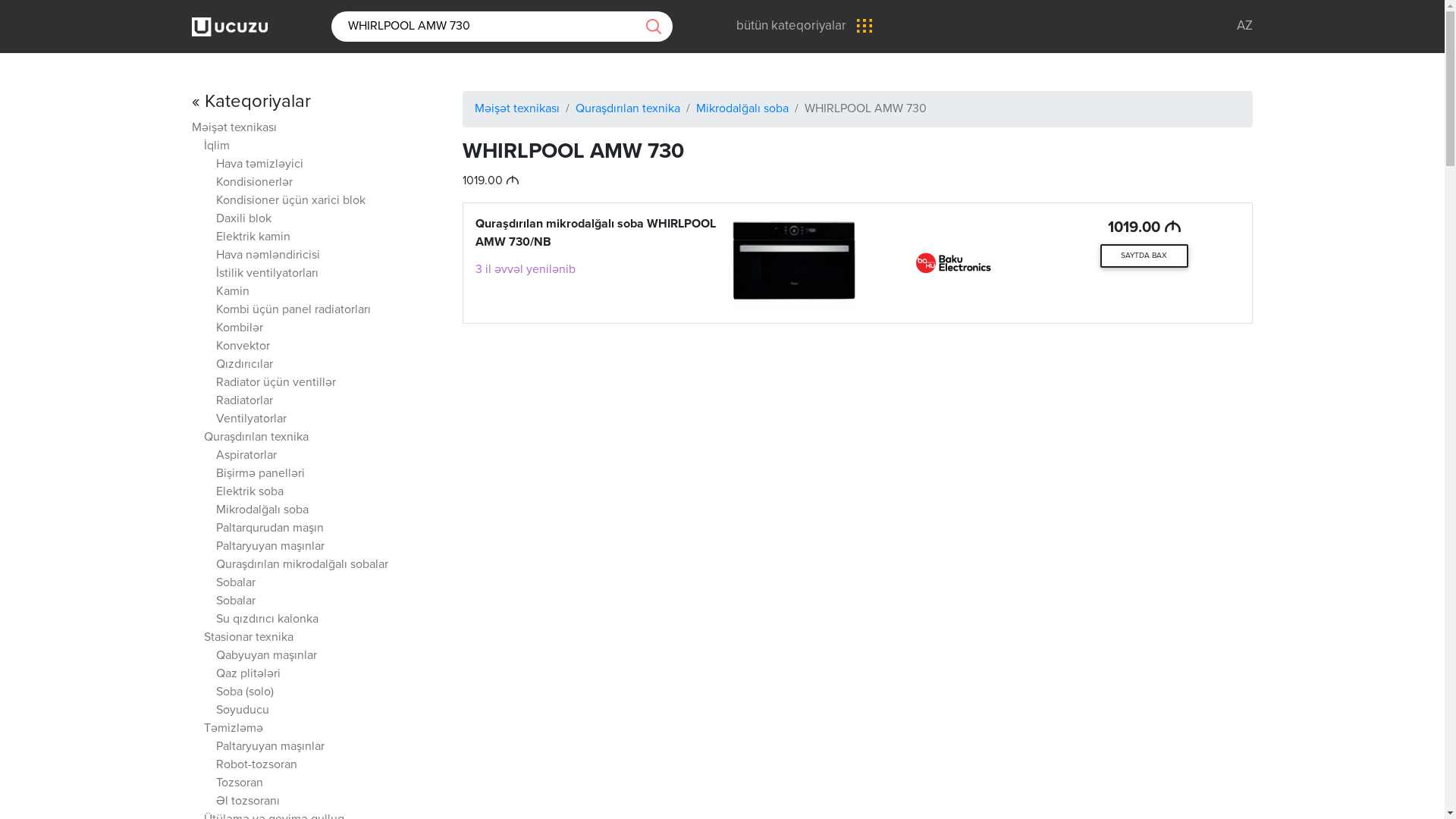  I want to click on 'Elektrik soba', so click(249, 492).